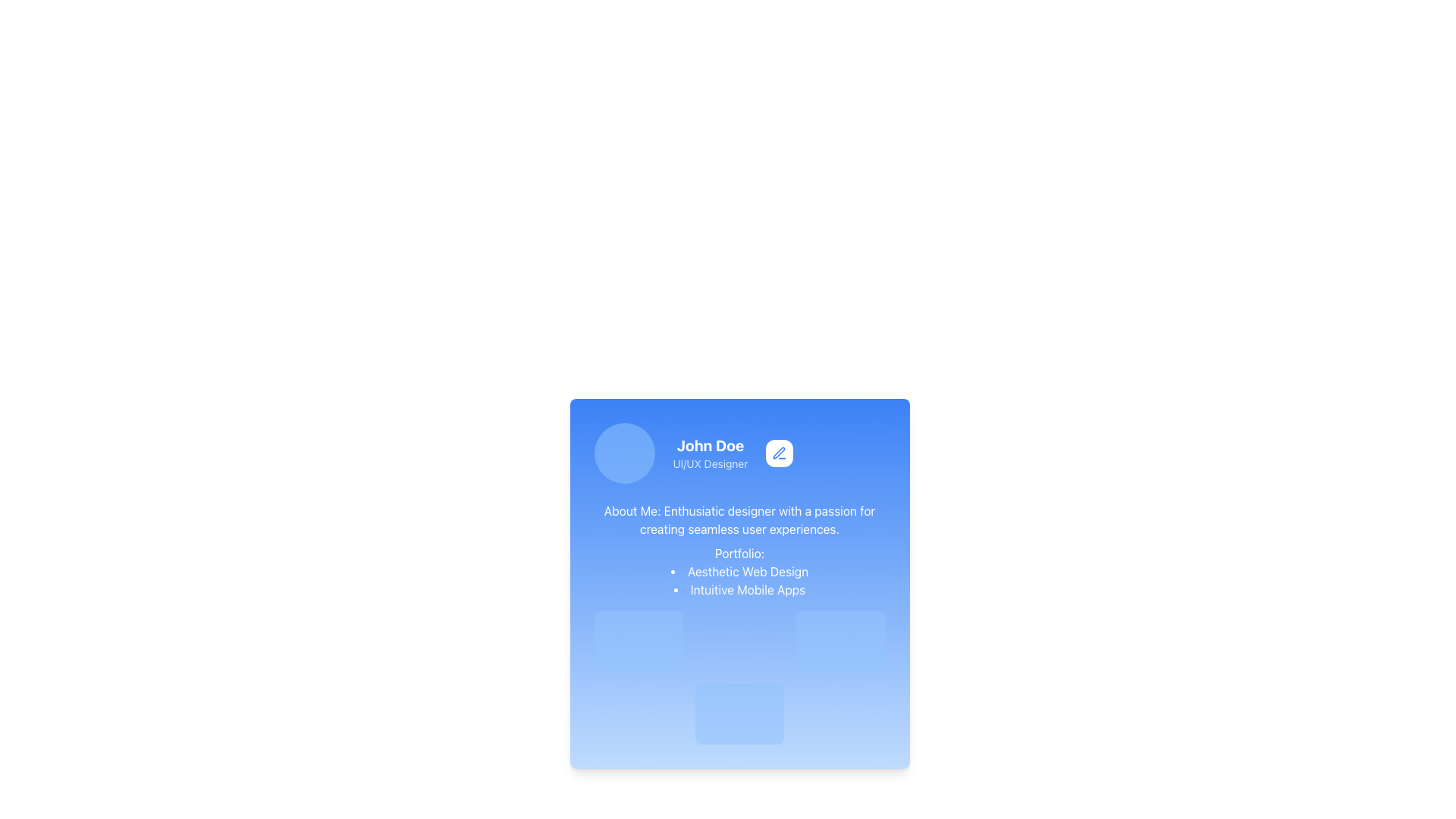  Describe the element at coordinates (739, 589) in the screenshot. I see `the second item text in the bullet list` at that location.